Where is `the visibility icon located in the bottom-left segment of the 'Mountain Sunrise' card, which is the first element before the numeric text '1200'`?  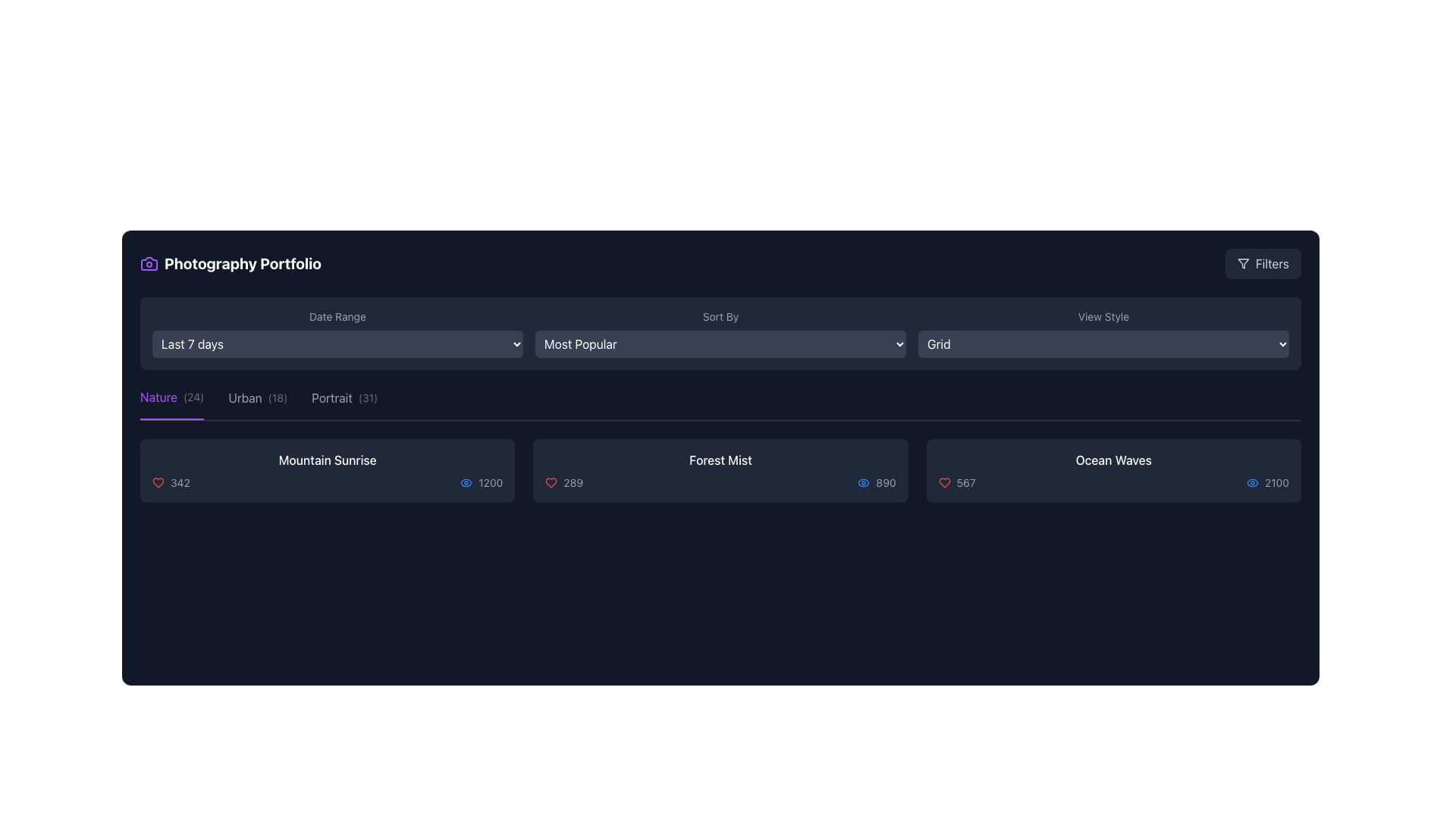
the visibility icon located in the bottom-left segment of the 'Mountain Sunrise' card, which is the first element before the numeric text '1200' is located at coordinates (466, 482).